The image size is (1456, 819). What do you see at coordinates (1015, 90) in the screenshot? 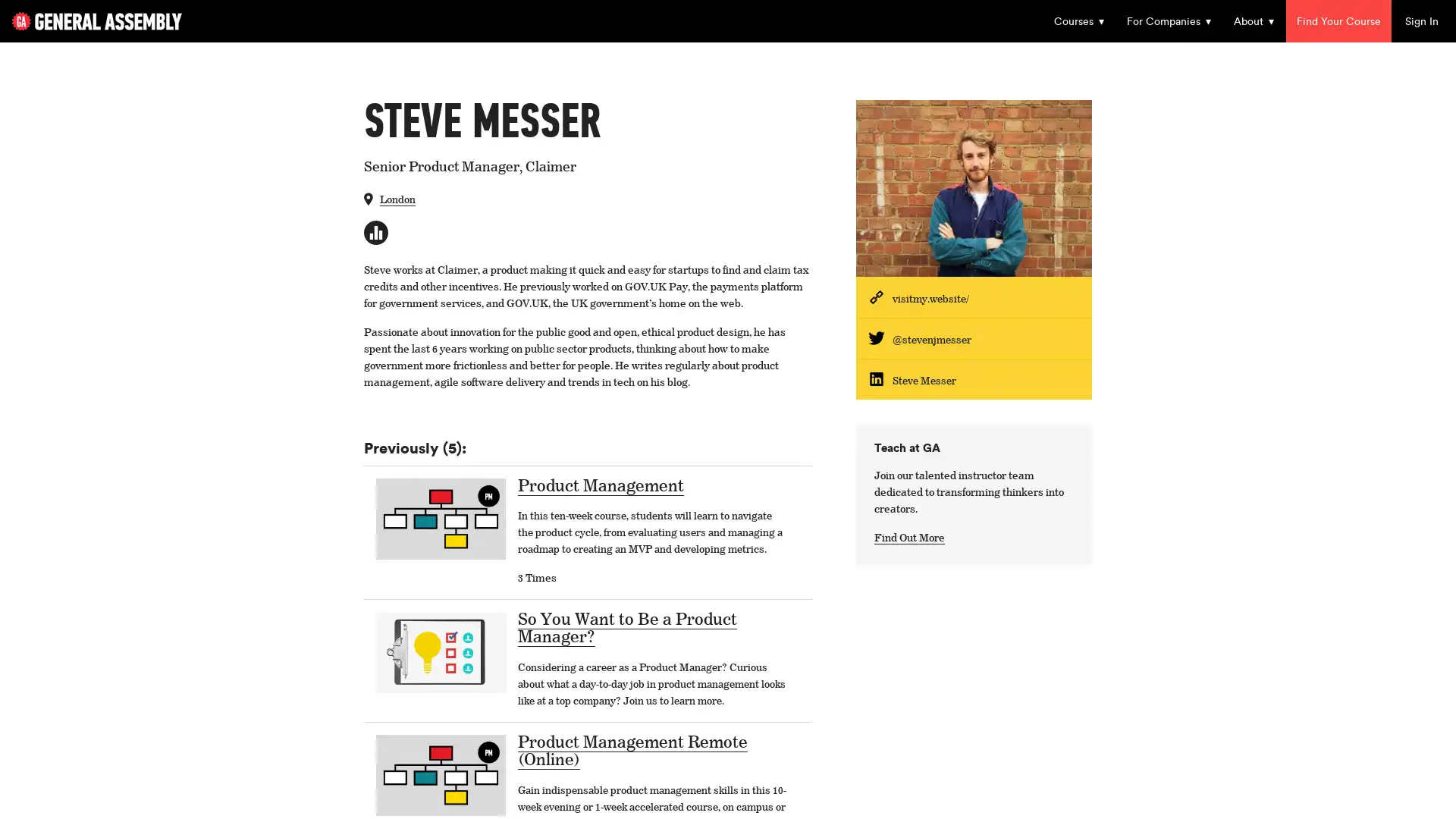
I see `Close` at bounding box center [1015, 90].